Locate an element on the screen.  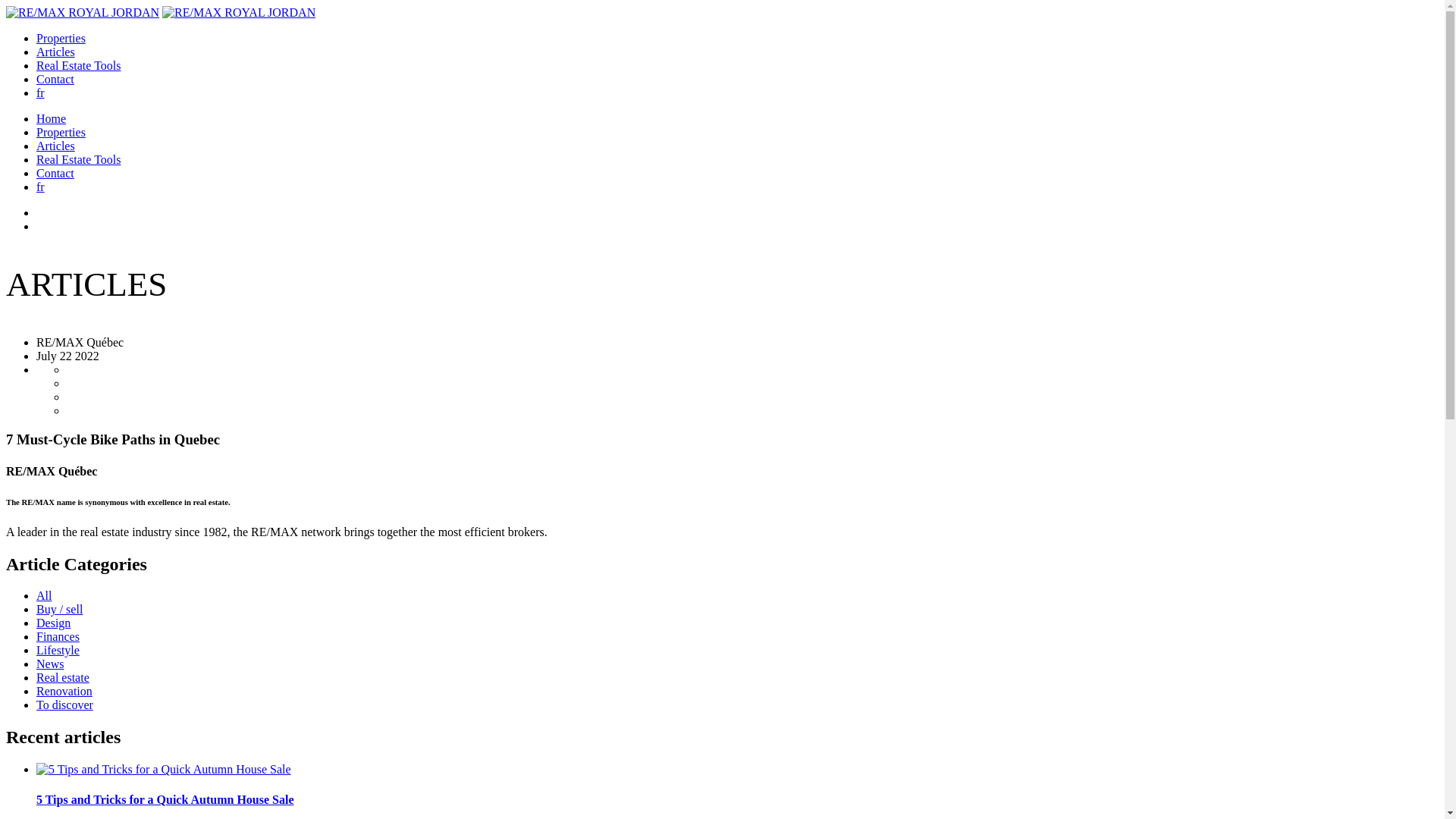
'Design' is located at coordinates (53, 623).